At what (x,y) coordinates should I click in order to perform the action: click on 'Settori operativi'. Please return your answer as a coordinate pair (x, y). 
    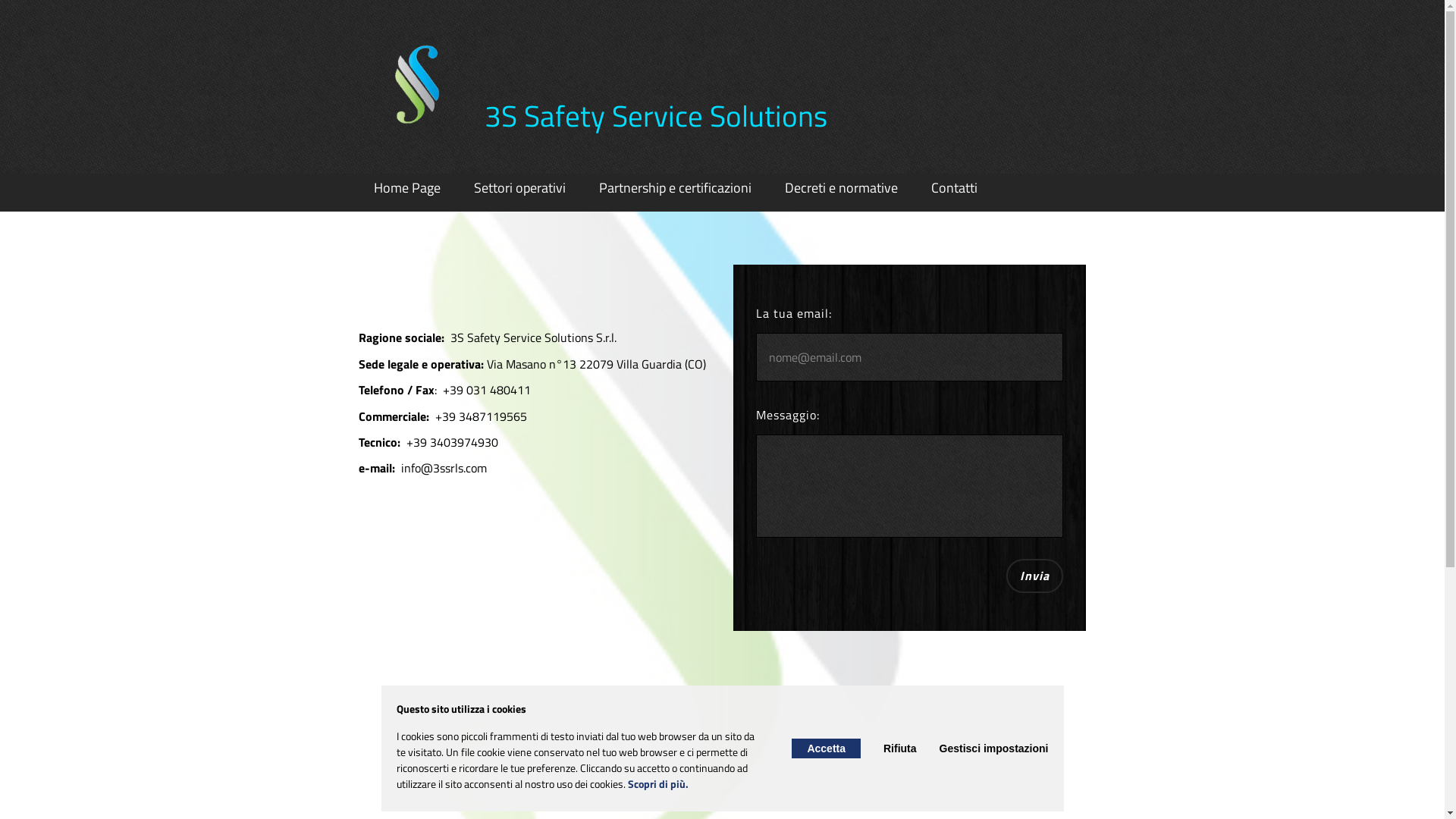
    Looking at the image, I should click on (519, 187).